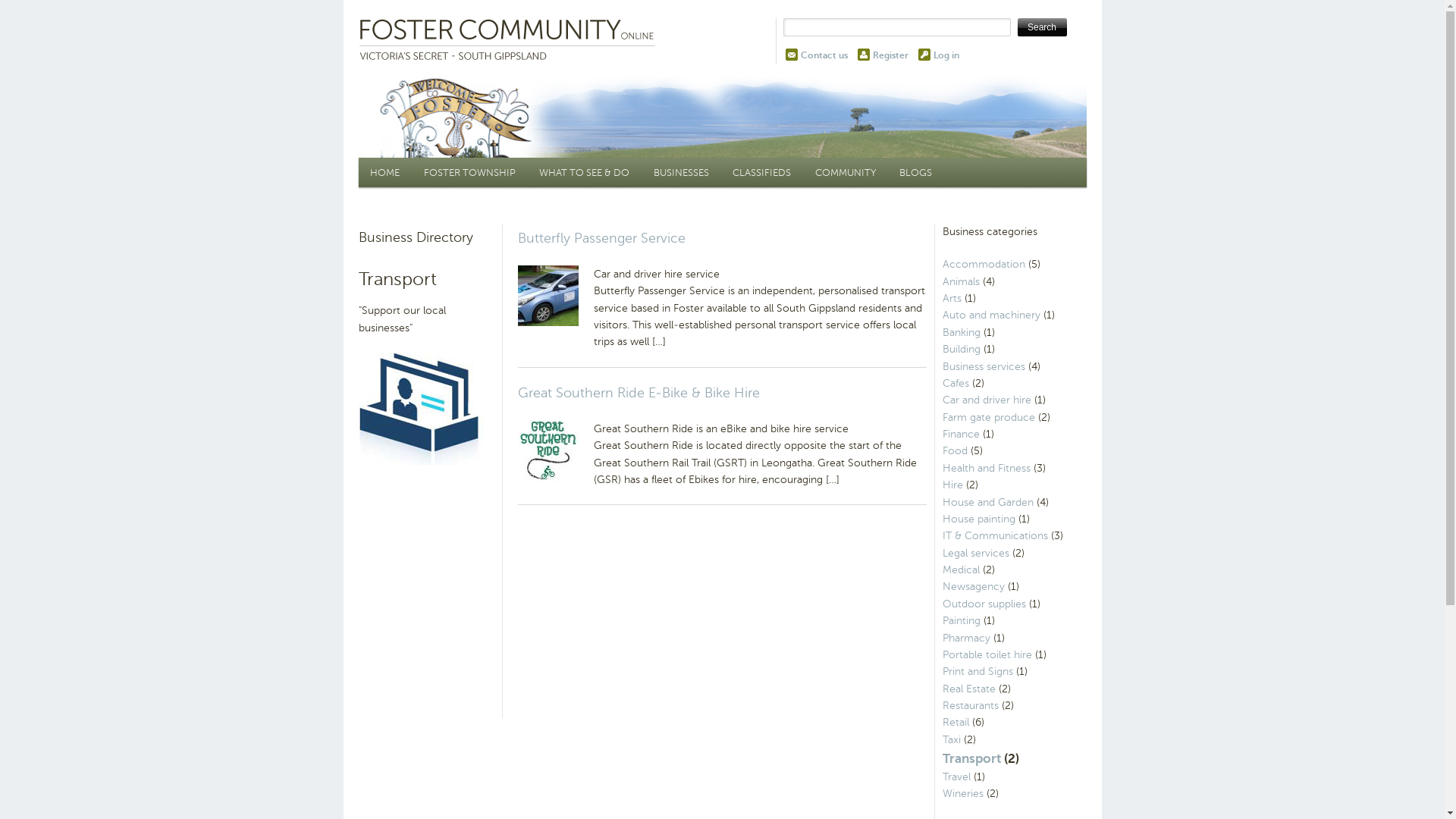  Describe the element at coordinates (987, 417) in the screenshot. I see `'Farm gate produce'` at that location.